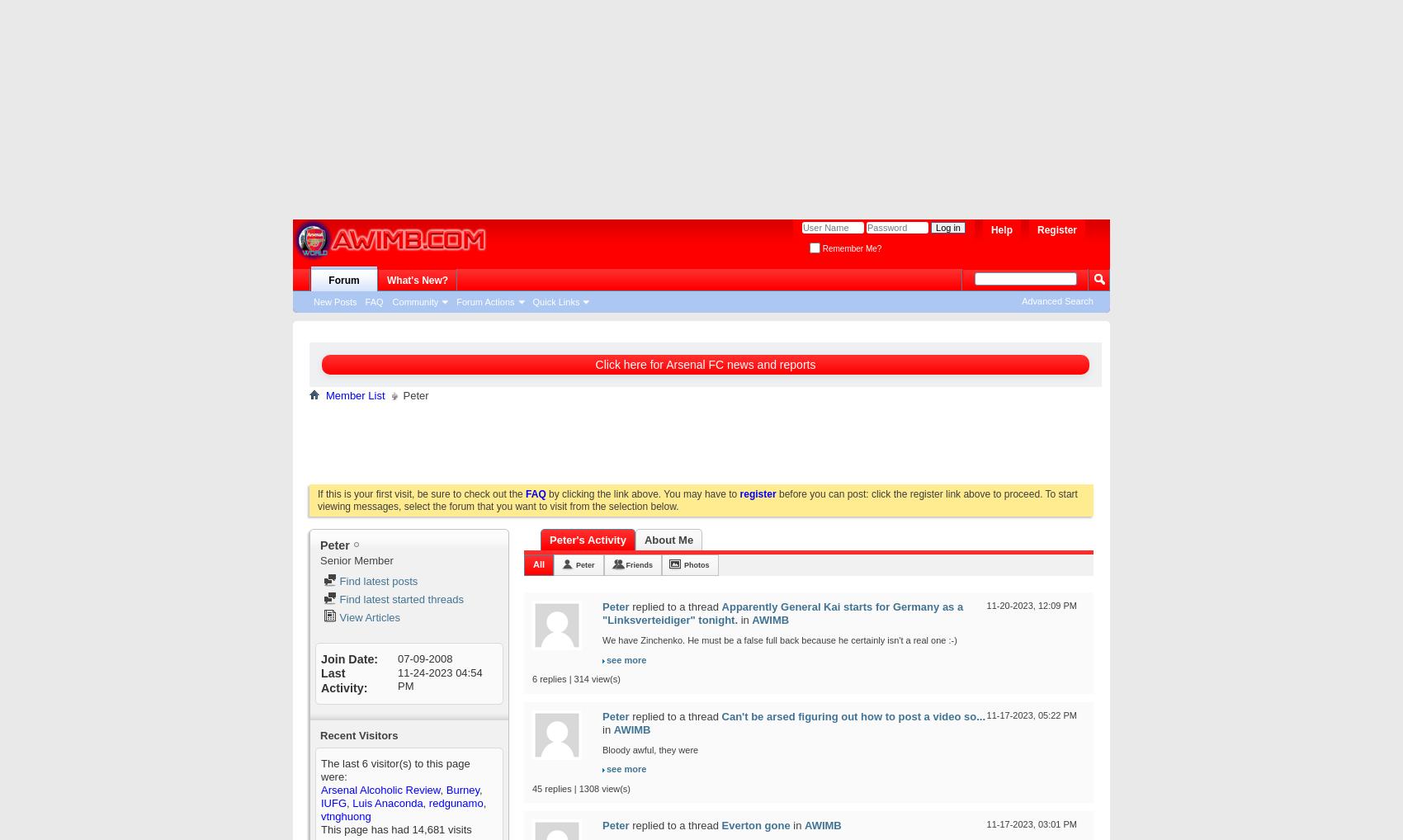 The width and height of the screenshot is (1403, 840). Describe the element at coordinates (531, 300) in the screenshot. I see `'Quick Links'` at that location.